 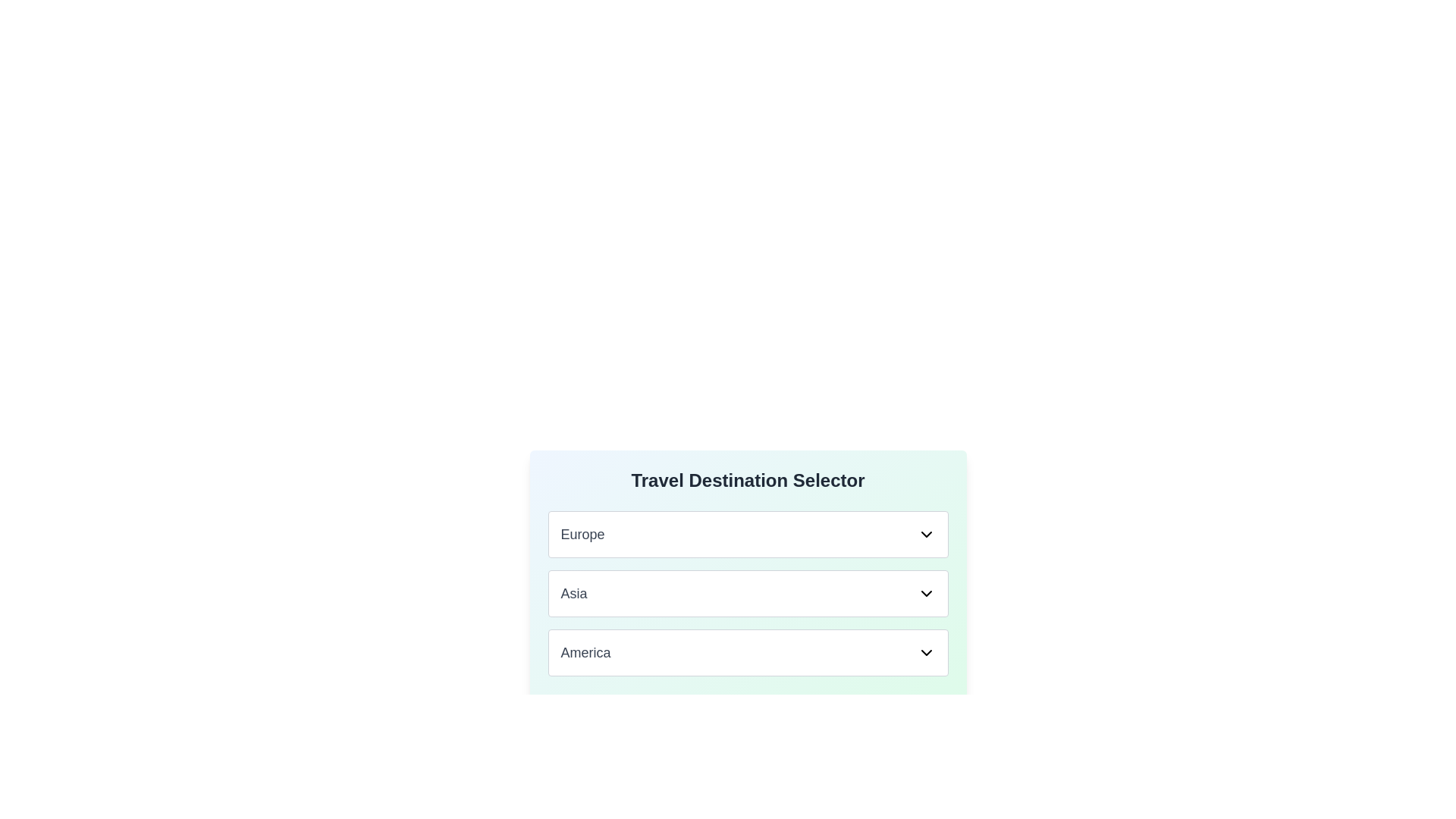 I want to click on the dropdown selector for 'America' located at the bottom of the vertically arranged list of options, so click(x=748, y=651).